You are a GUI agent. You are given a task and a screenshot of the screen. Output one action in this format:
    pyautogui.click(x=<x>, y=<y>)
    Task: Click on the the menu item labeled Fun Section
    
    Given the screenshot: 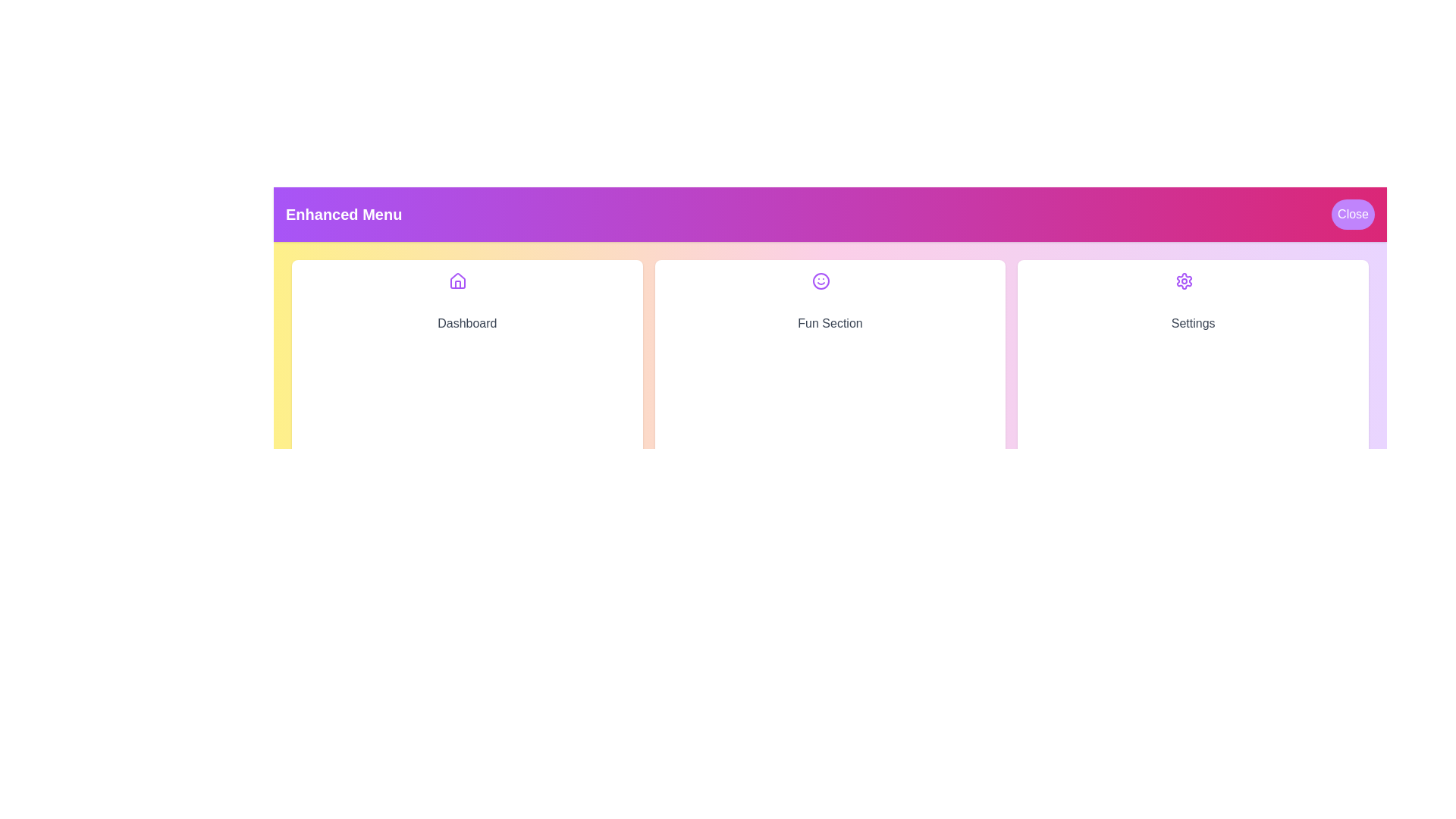 What is the action you would take?
    pyautogui.click(x=829, y=438)
    